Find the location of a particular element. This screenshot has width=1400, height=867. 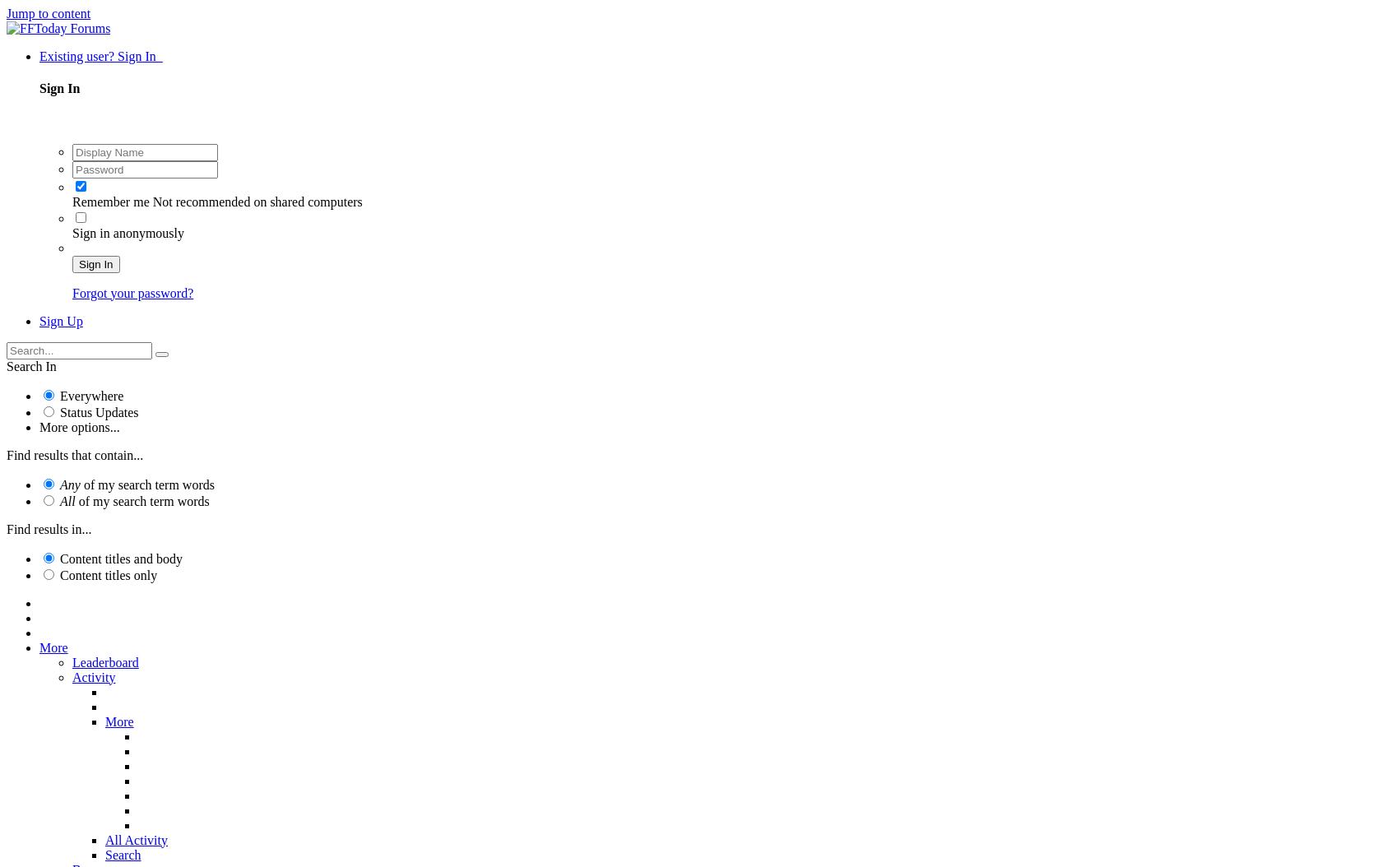

'More options...' is located at coordinates (79, 425).